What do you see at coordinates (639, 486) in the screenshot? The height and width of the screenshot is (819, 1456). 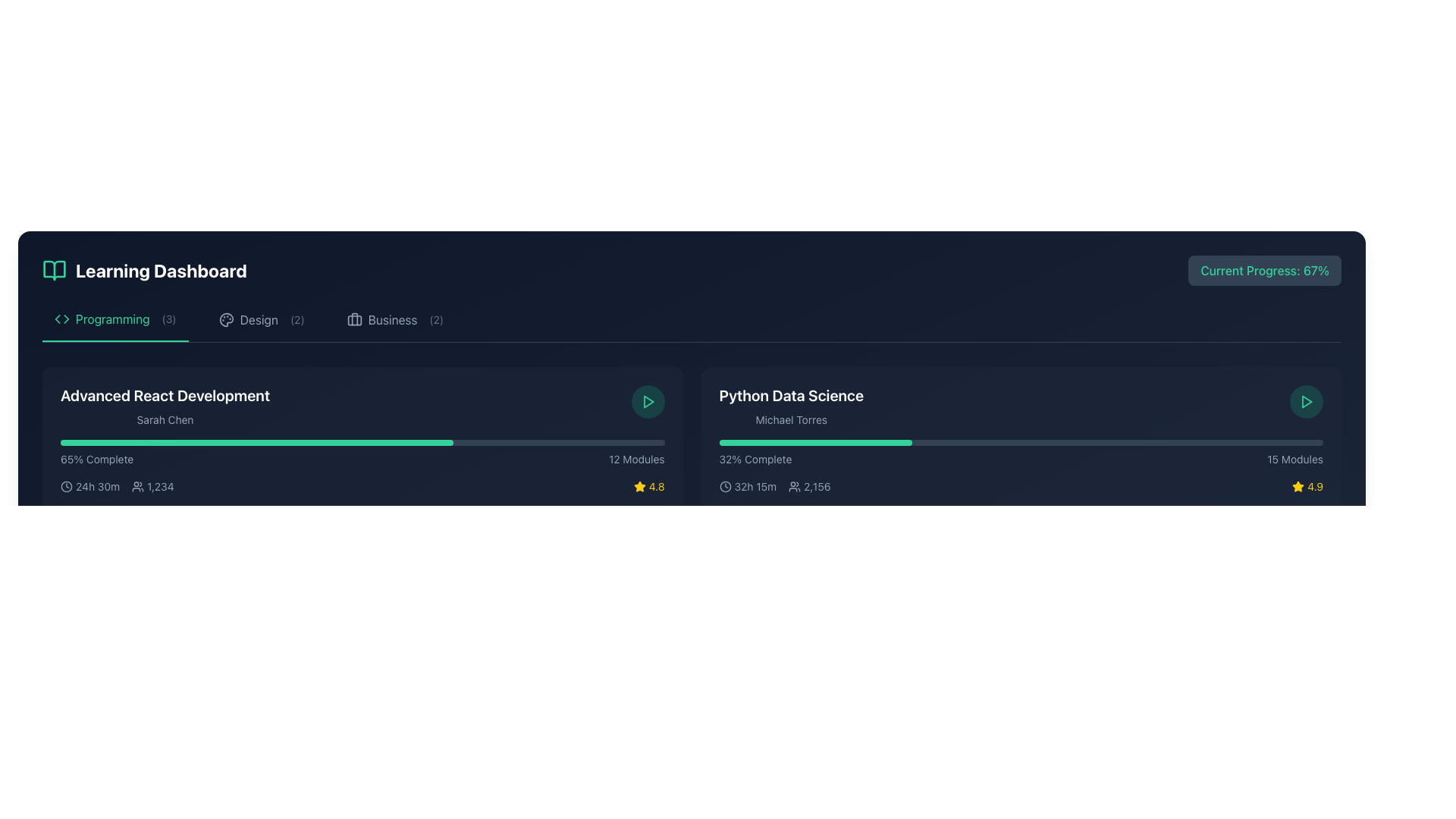 I see `the yellow star-shaped Rating Icon located next to the numeric rating value '4.8' for the 'Advanced React Development' module` at bounding box center [639, 486].